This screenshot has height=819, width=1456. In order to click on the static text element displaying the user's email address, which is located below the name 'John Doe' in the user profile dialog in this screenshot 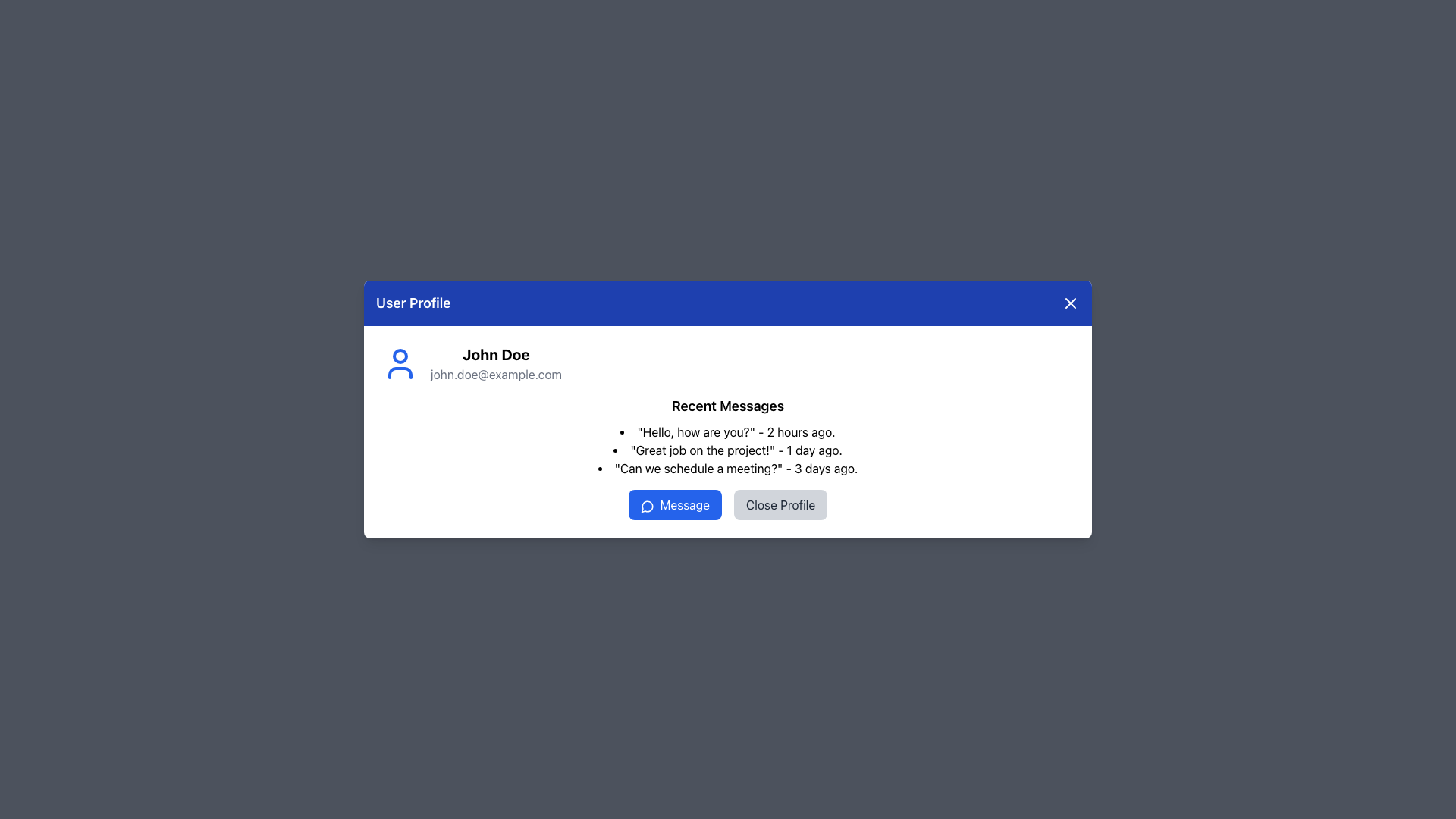, I will do `click(496, 374)`.